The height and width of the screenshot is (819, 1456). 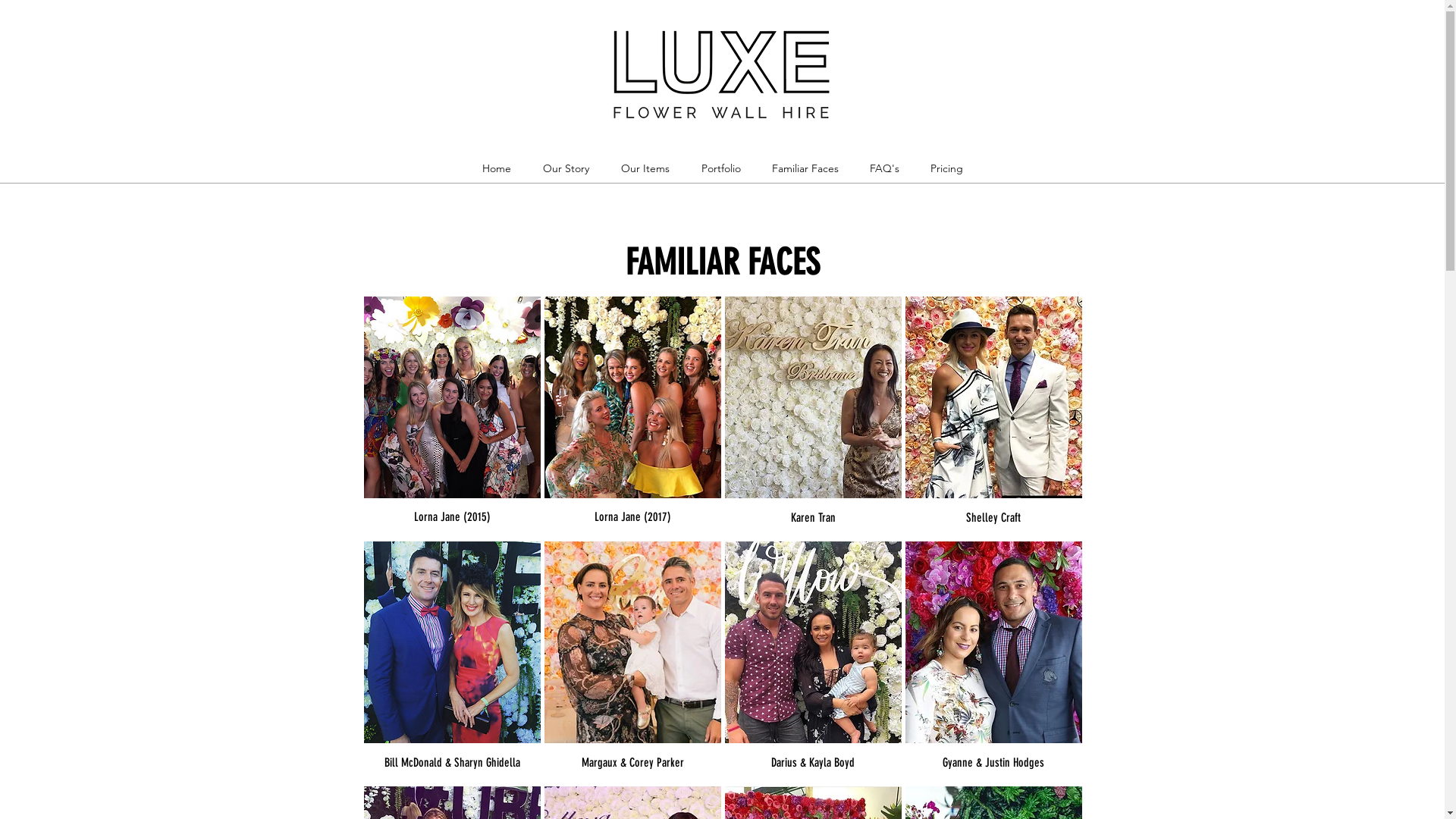 I want to click on 'Portfolio', so click(x=720, y=168).